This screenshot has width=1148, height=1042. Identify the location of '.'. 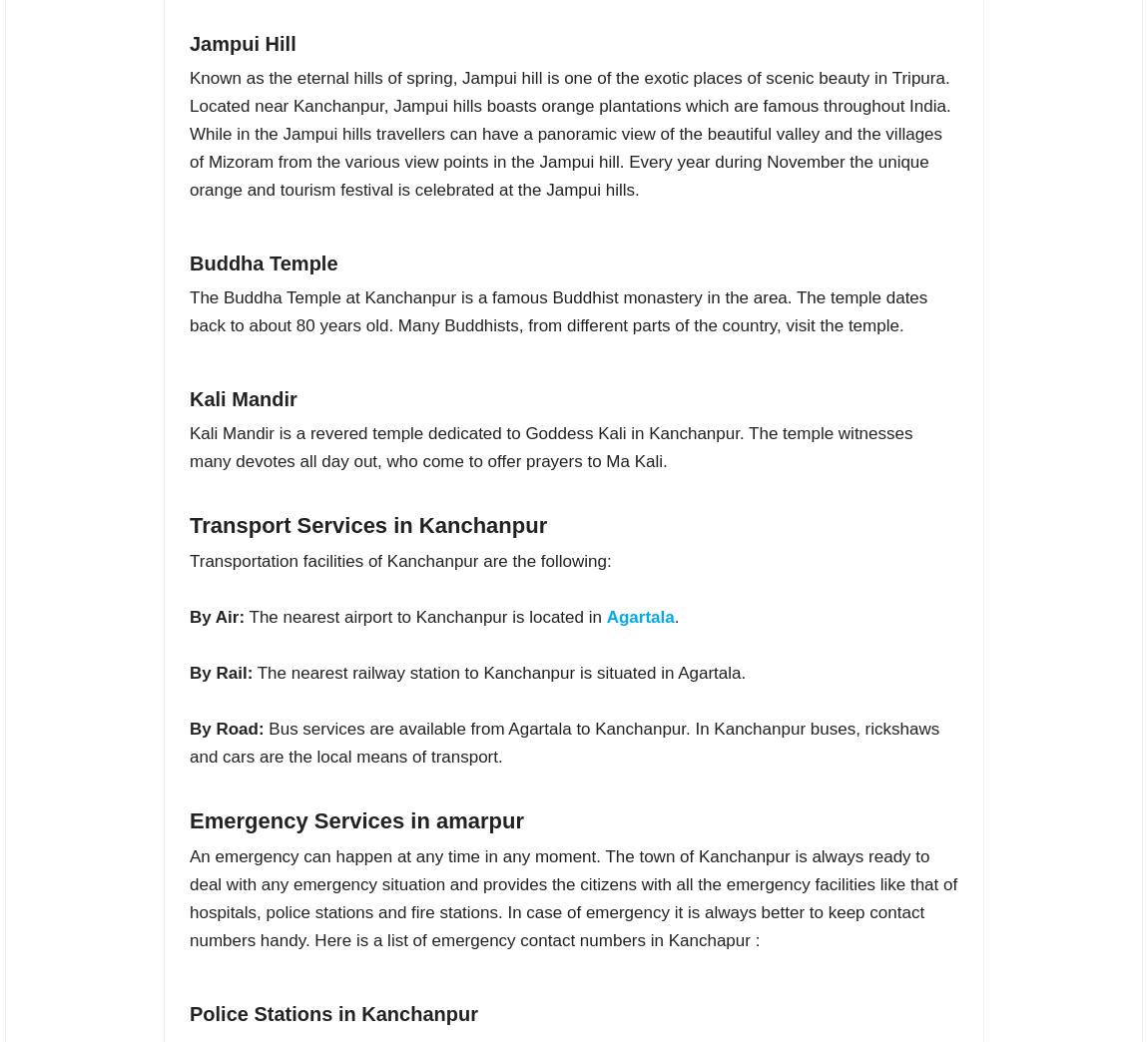
(675, 616).